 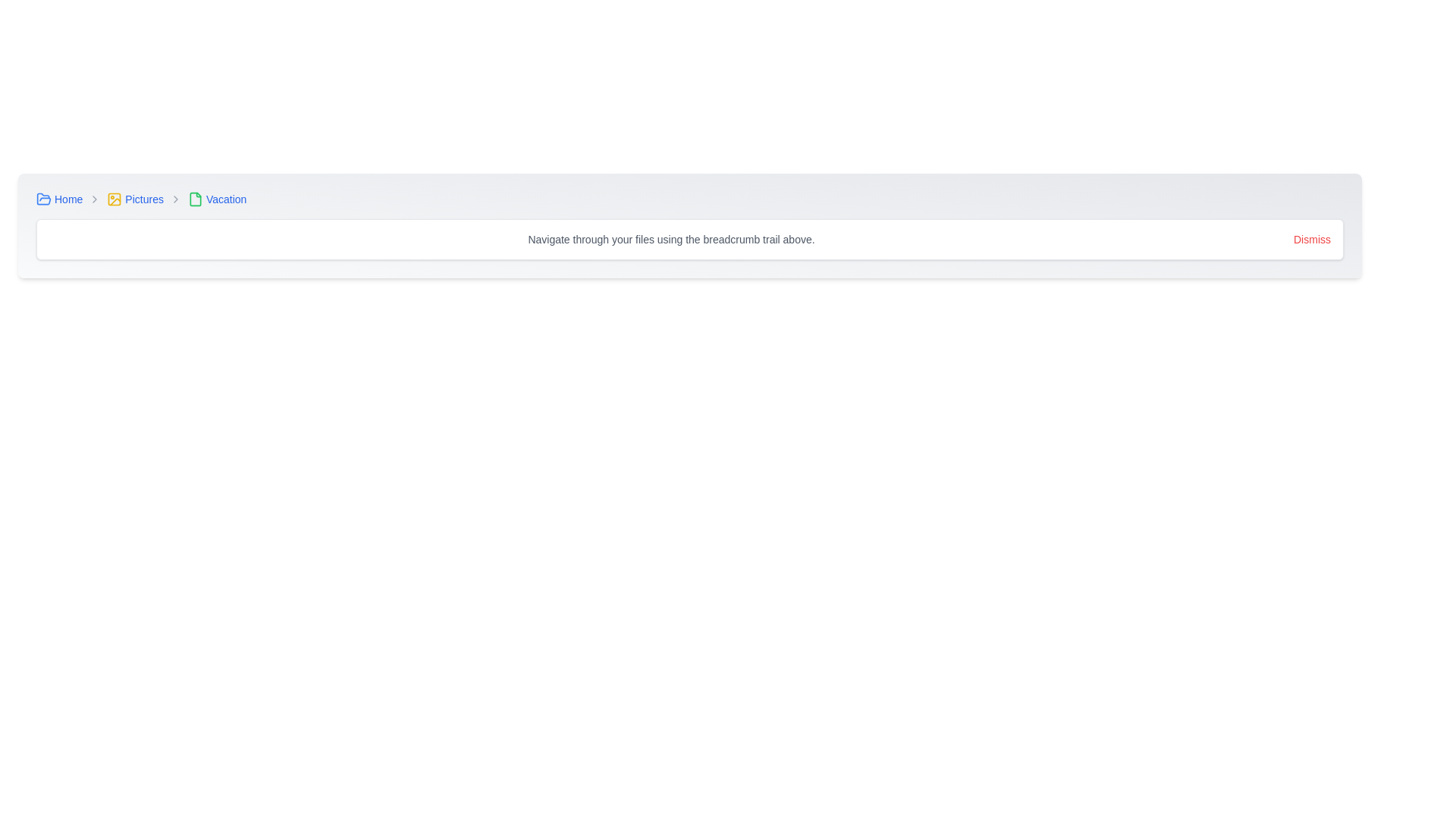 I want to click on the rightward-facing chevron icon located between the 'Home' and 'Pictures' text in the breadcrumb navigation bar, so click(x=94, y=198).